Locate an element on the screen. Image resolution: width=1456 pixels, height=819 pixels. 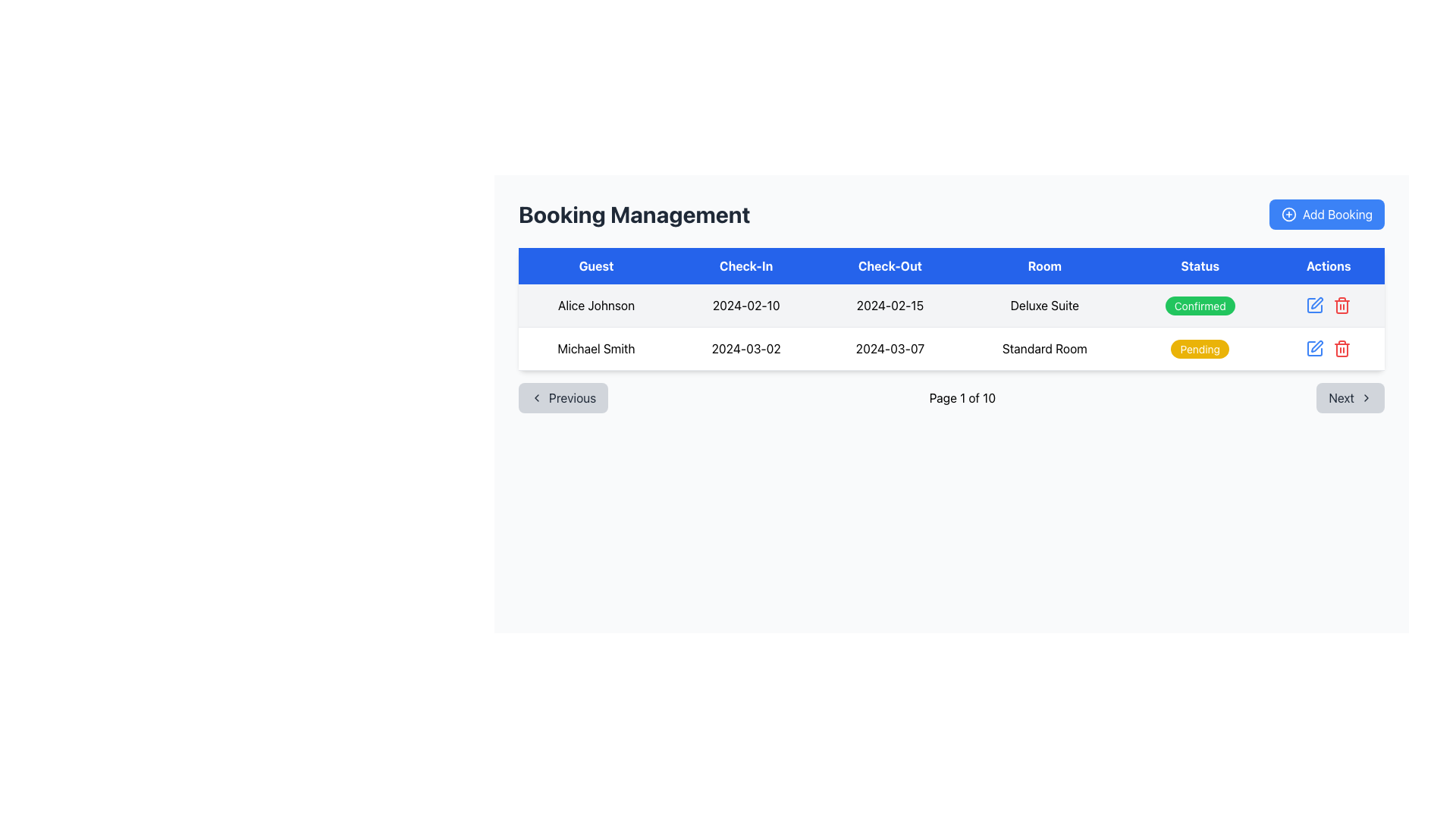
the 'add' icon located on the left side of the 'Add Booking' button is located at coordinates (1288, 214).